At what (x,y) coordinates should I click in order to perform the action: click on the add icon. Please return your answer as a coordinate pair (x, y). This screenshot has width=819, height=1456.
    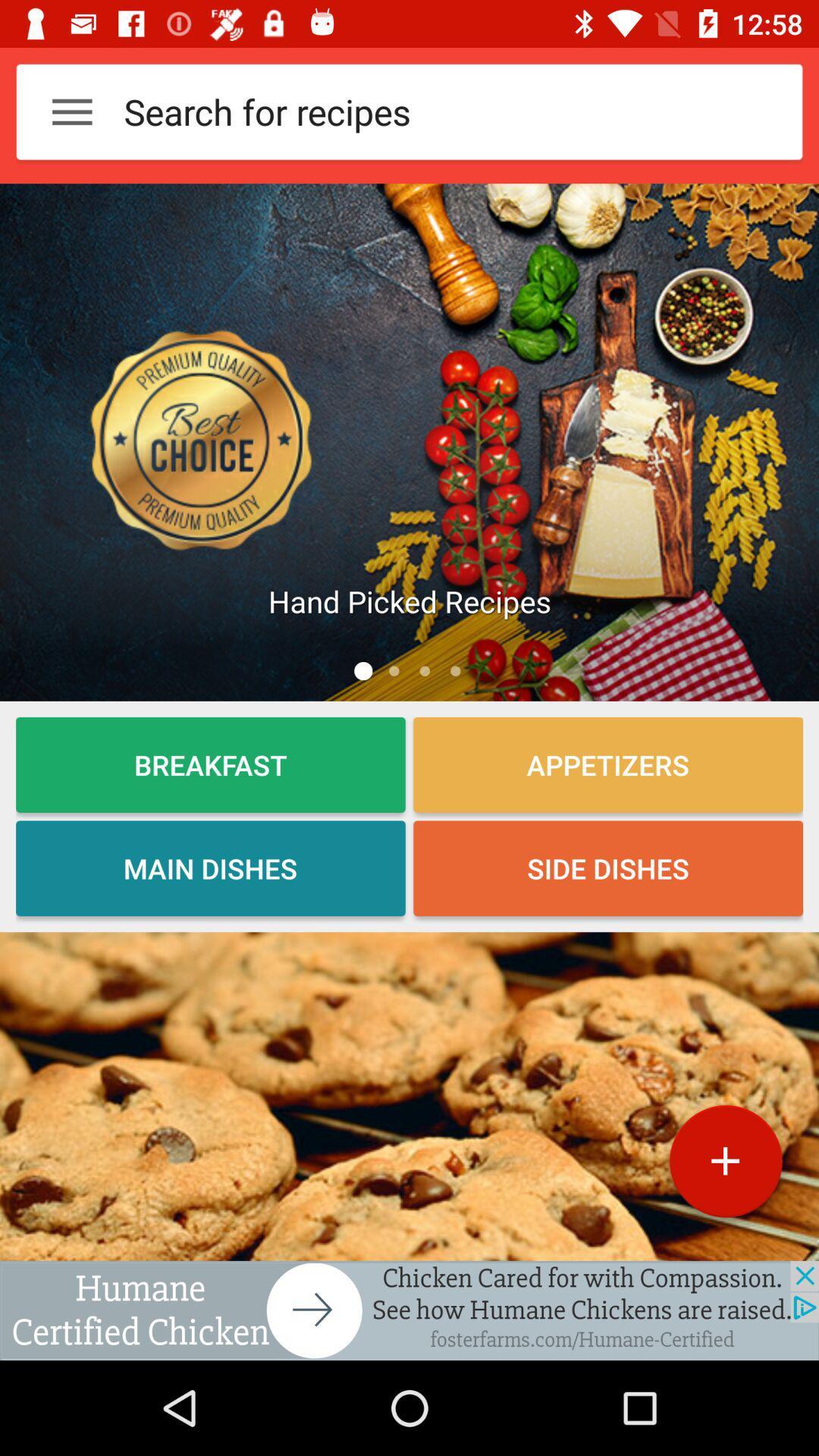
    Looking at the image, I should click on (724, 1166).